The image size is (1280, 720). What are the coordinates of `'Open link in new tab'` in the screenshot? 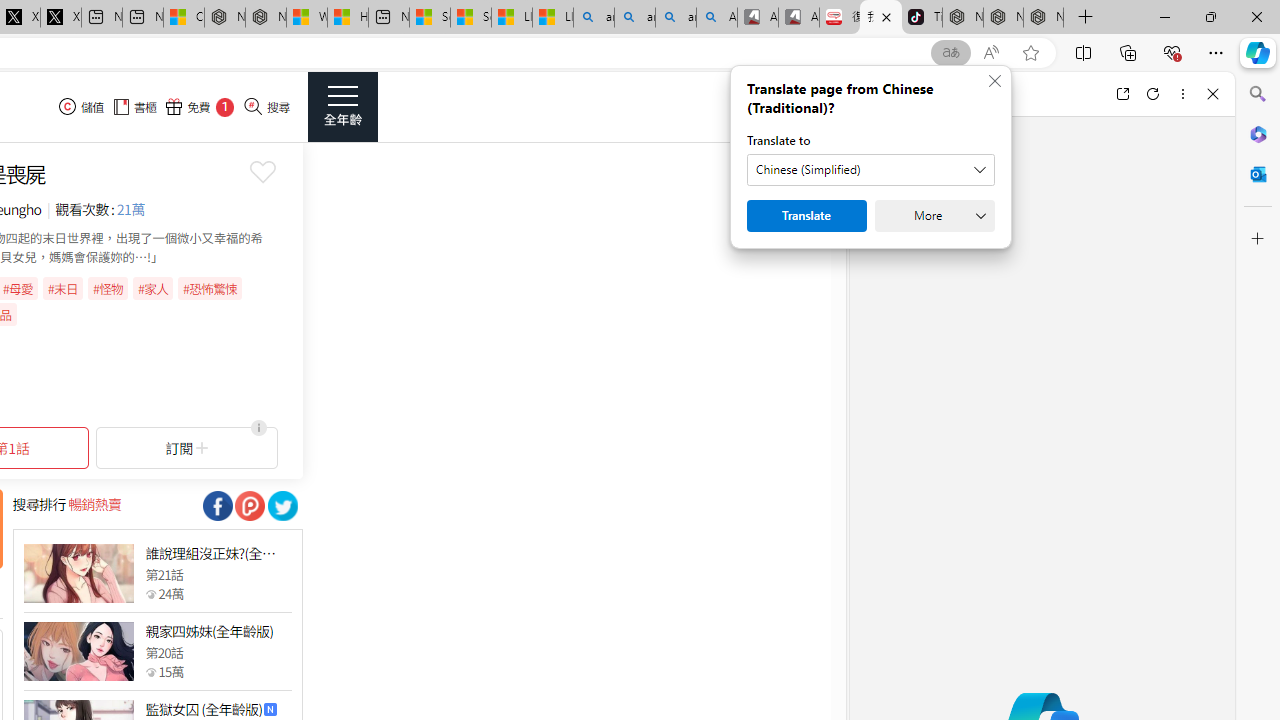 It's located at (1122, 93).